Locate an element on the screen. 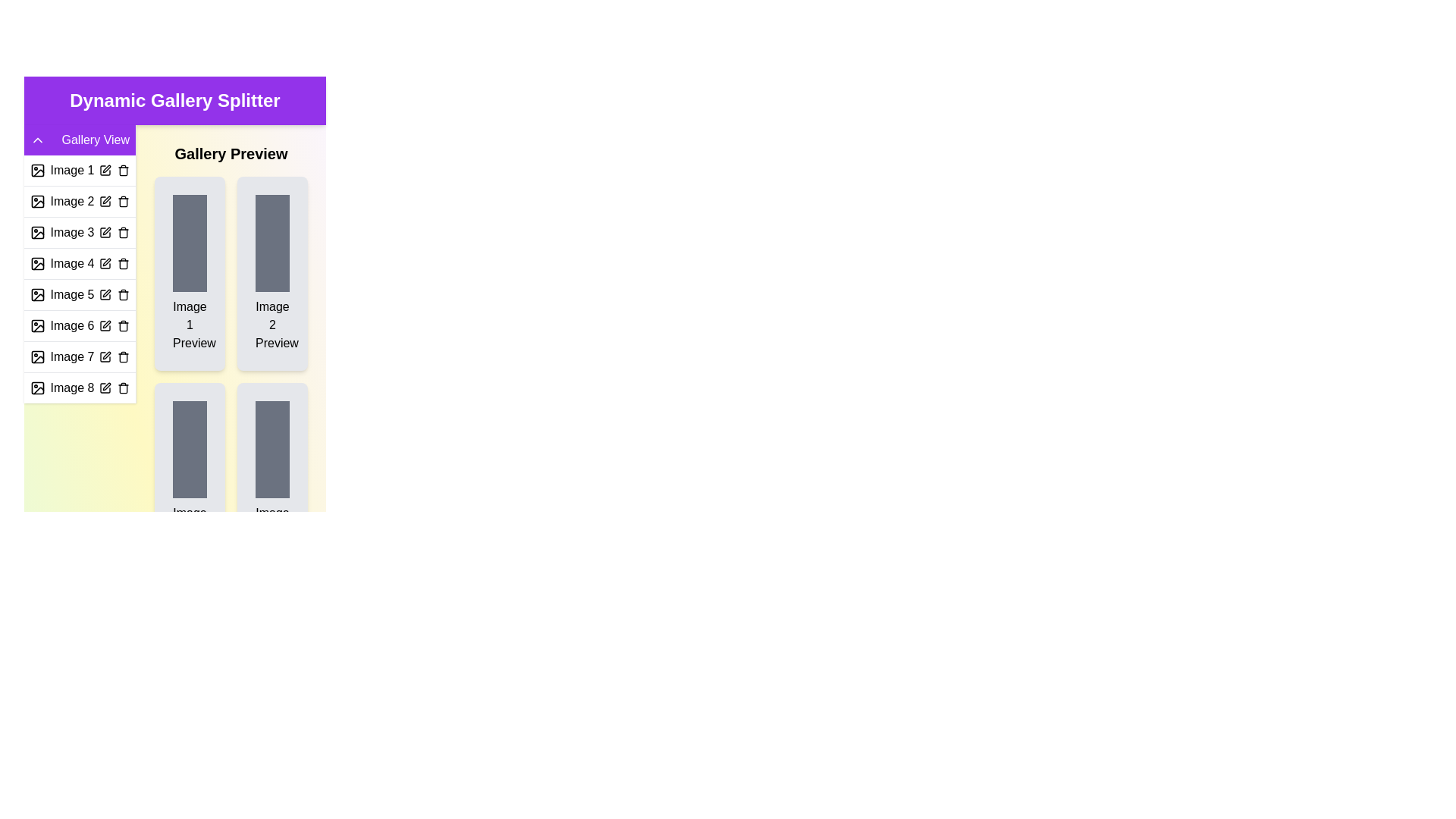 The height and width of the screenshot is (819, 1456). the Icon Button resembling a pen over a square located to the right of 'Image 4' in the left-hand navigation pane is located at coordinates (105, 262).